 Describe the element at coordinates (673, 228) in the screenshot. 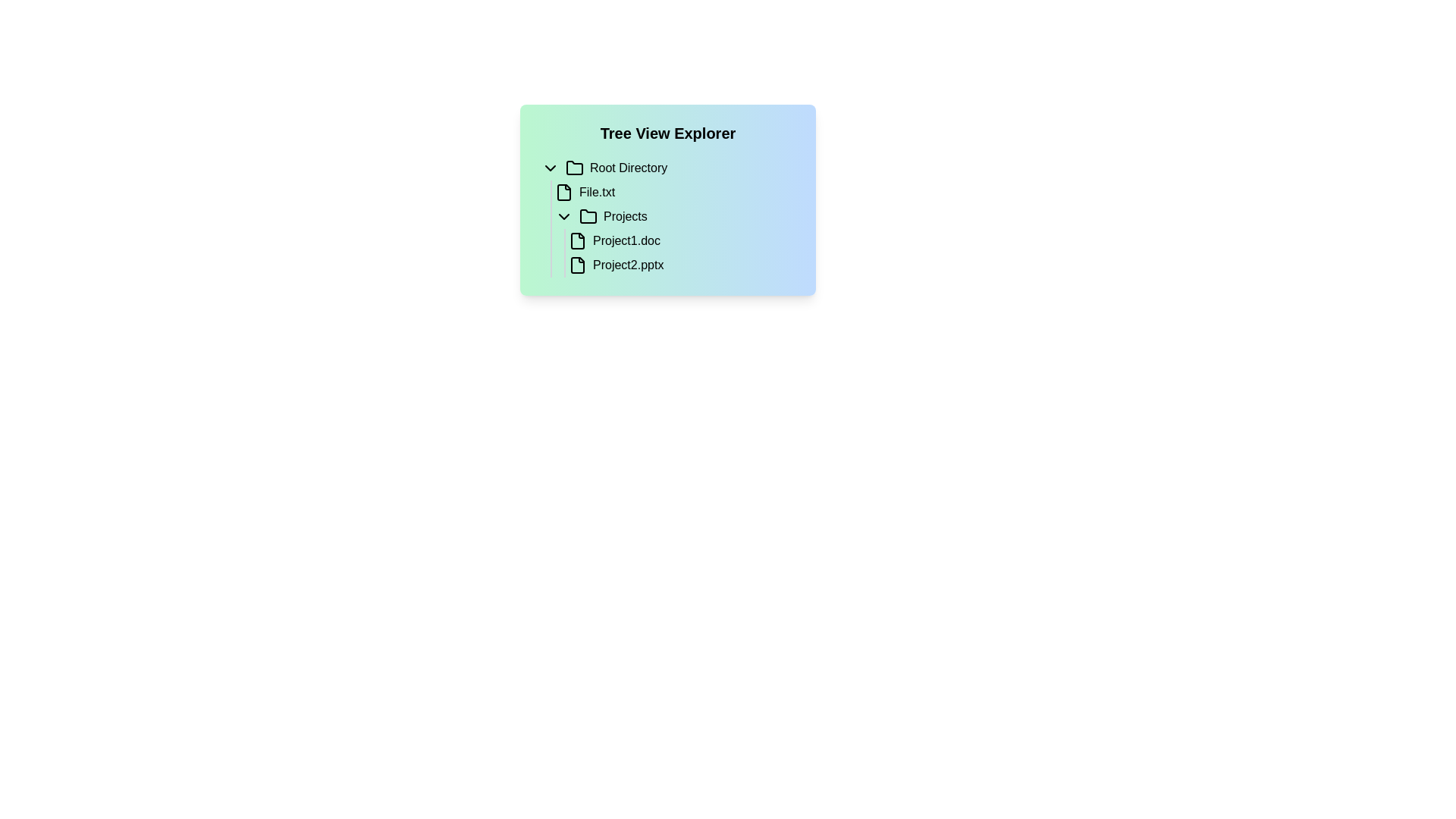

I see `the 'Projects' folder in the directory tree view` at that location.